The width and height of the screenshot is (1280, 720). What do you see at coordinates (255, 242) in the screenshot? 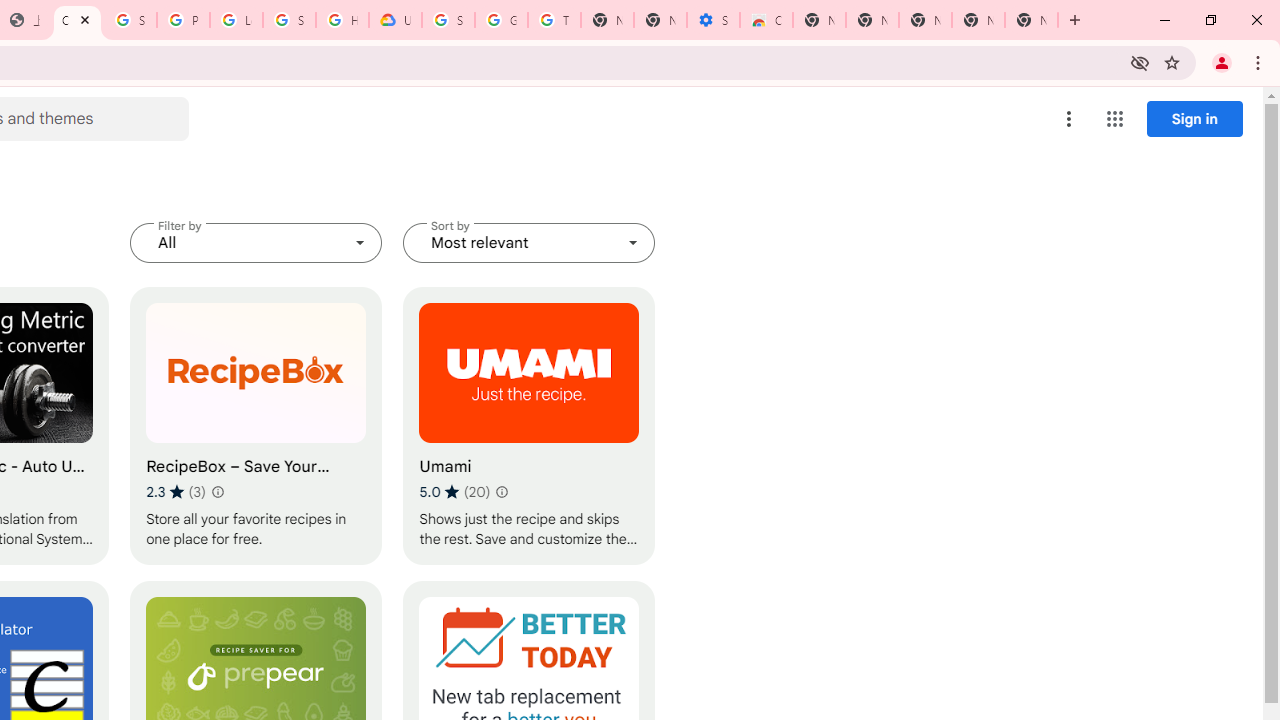
I see `'Filter by All'` at bounding box center [255, 242].